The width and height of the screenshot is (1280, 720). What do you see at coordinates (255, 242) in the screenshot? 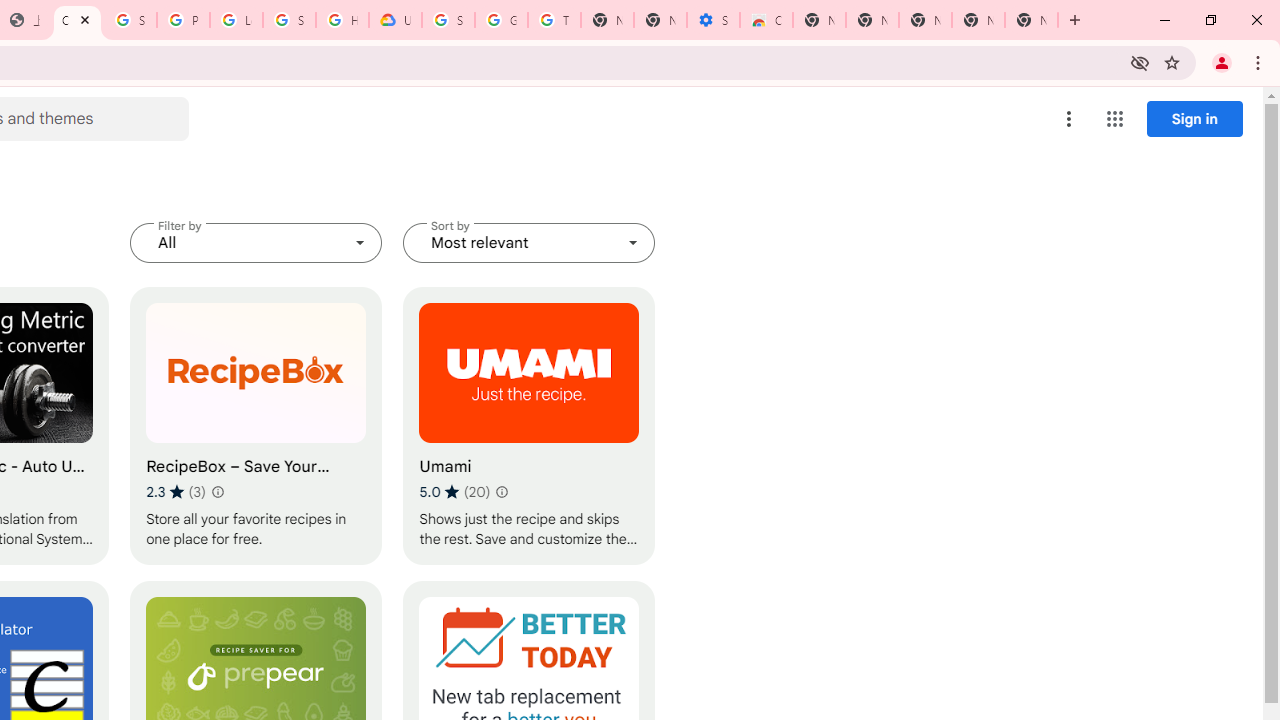
I see `'Filter by All'` at bounding box center [255, 242].